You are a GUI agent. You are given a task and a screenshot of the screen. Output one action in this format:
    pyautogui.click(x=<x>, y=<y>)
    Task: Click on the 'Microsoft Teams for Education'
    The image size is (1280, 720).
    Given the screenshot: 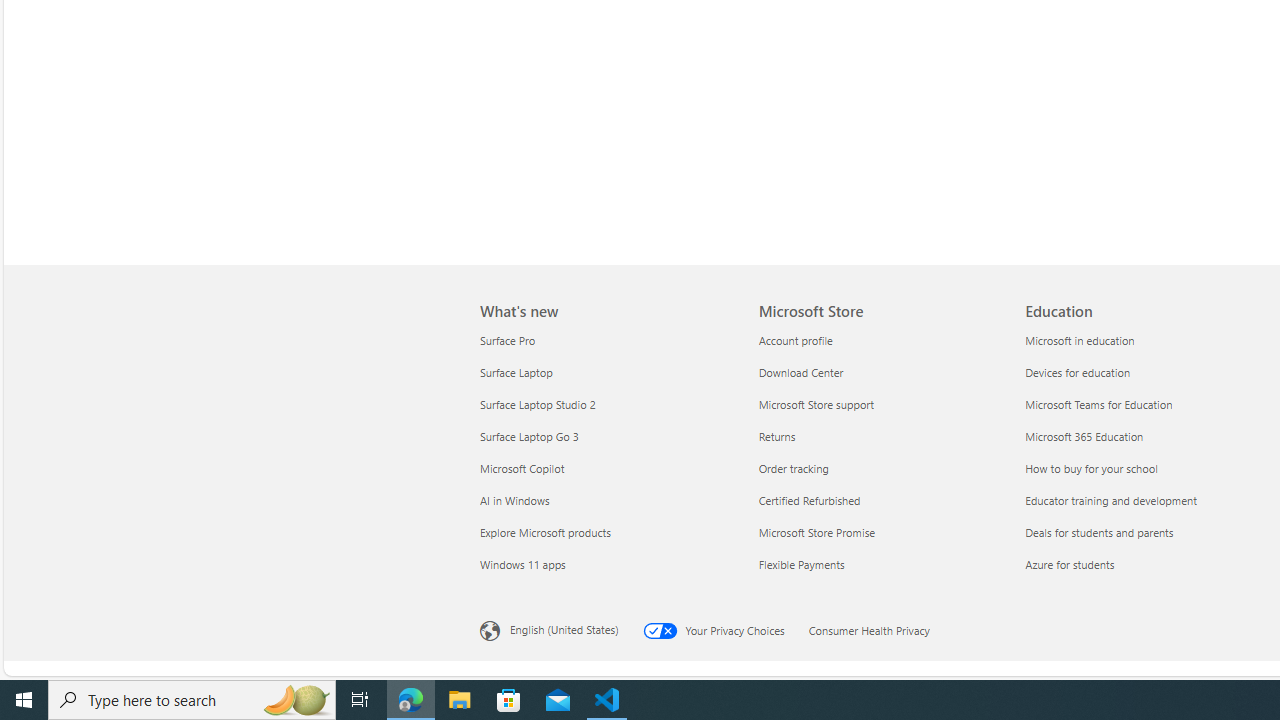 What is the action you would take?
    pyautogui.click(x=1146, y=404)
    